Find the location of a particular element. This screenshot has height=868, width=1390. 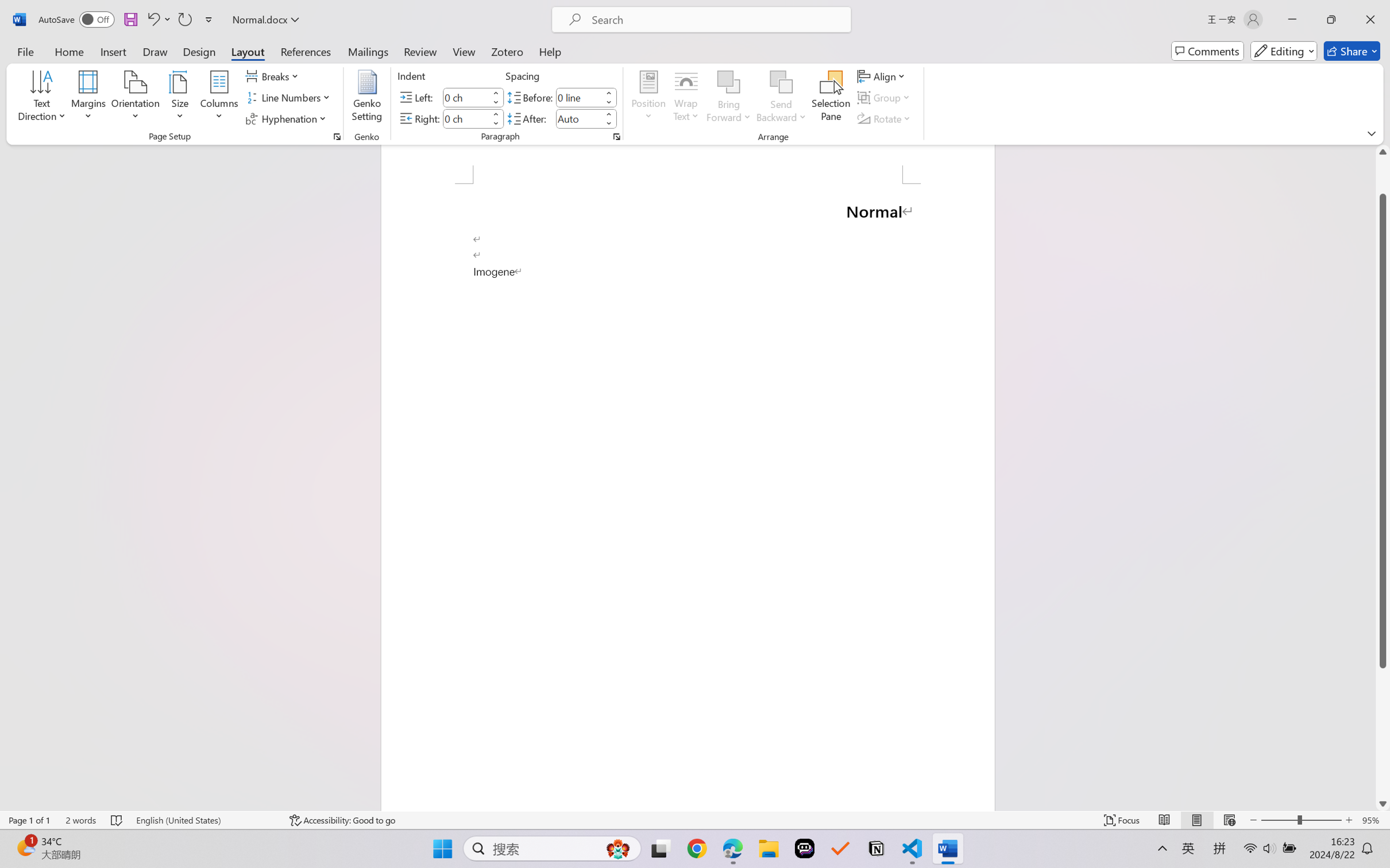

'Group' is located at coordinates (885, 98).